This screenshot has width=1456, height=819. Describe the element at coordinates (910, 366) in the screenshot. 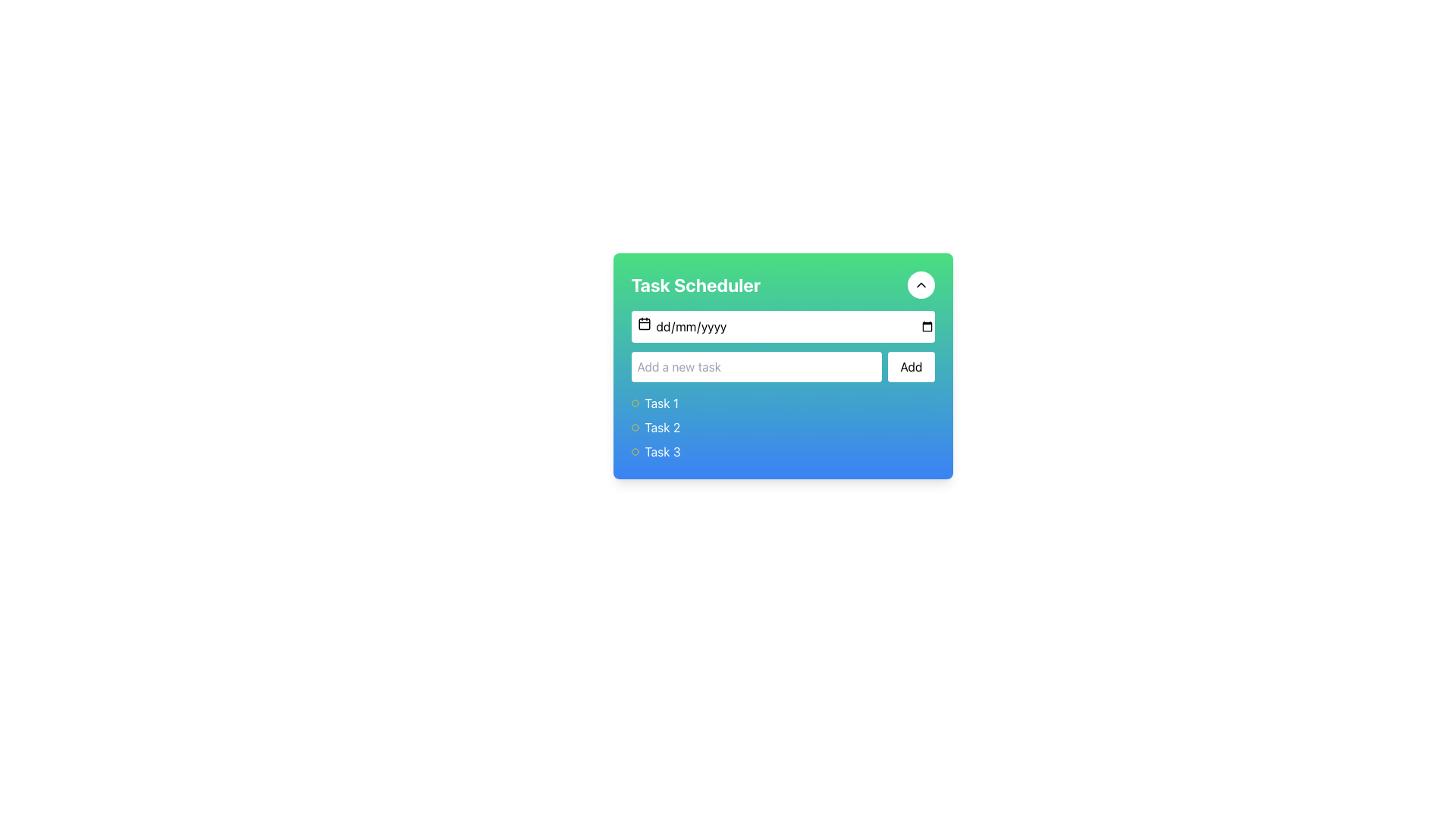

I see `the 'Add' button, which features a white background and black text, to observe any hover effects` at that location.